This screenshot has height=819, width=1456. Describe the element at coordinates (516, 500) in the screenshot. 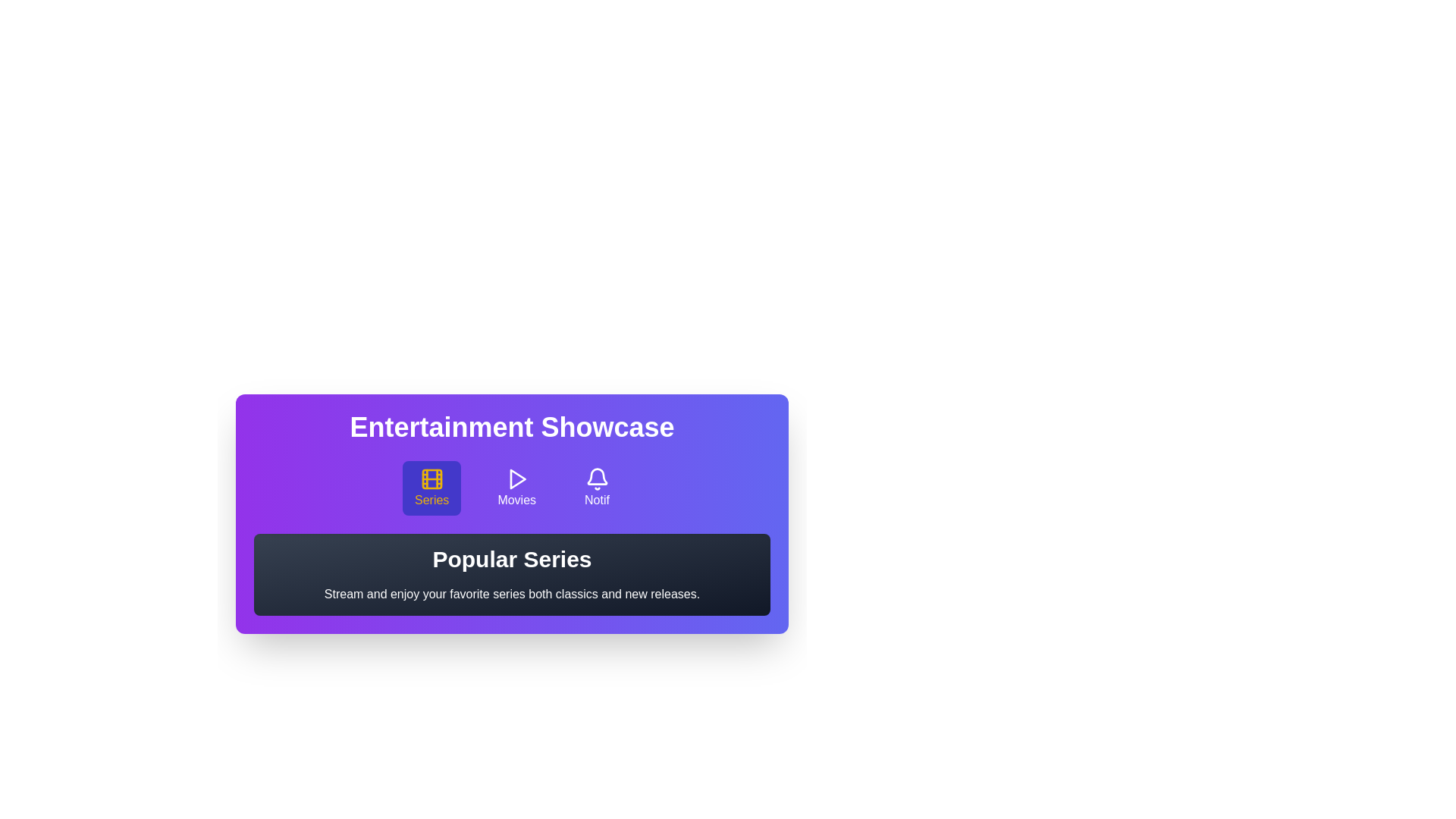

I see `the 'Movies' text label, which is displayed in white font on a purple background` at that location.